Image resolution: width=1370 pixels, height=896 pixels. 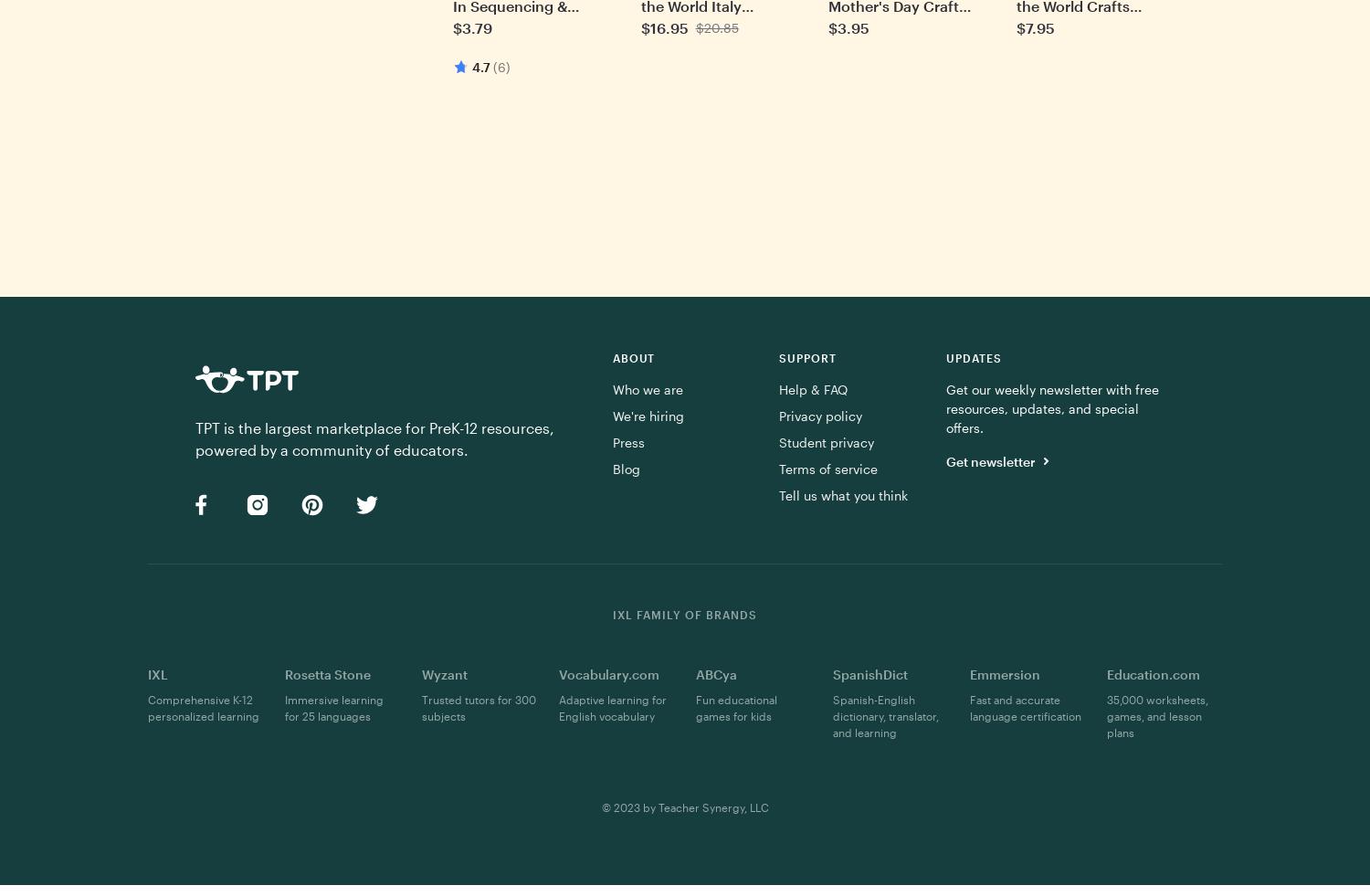 I want to click on 'Updates', so click(x=972, y=357).